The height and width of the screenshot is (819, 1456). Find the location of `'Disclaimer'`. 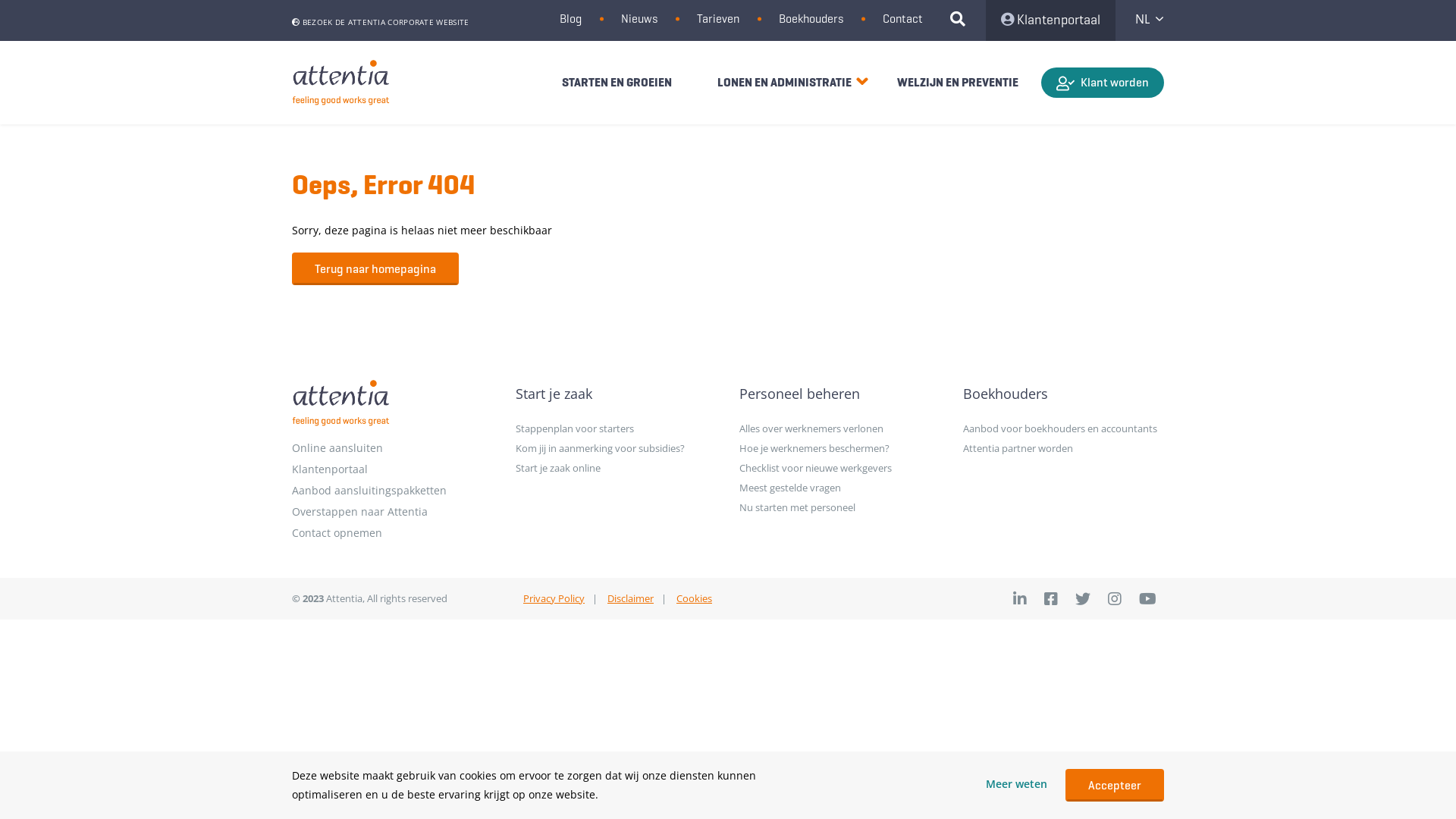

'Disclaimer' is located at coordinates (630, 598).